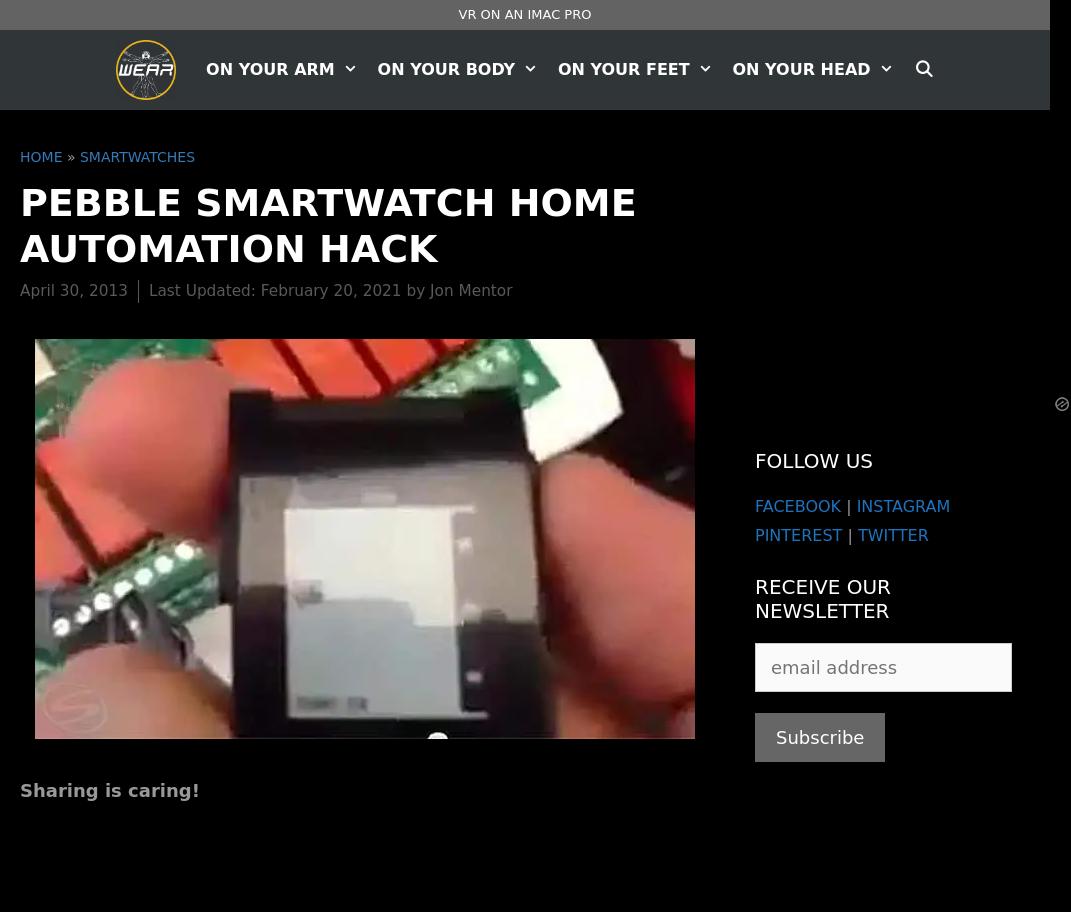  What do you see at coordinates (800, 68) in the screenshot?
I see `'On Your Head'` at bounding box center [800, 68].